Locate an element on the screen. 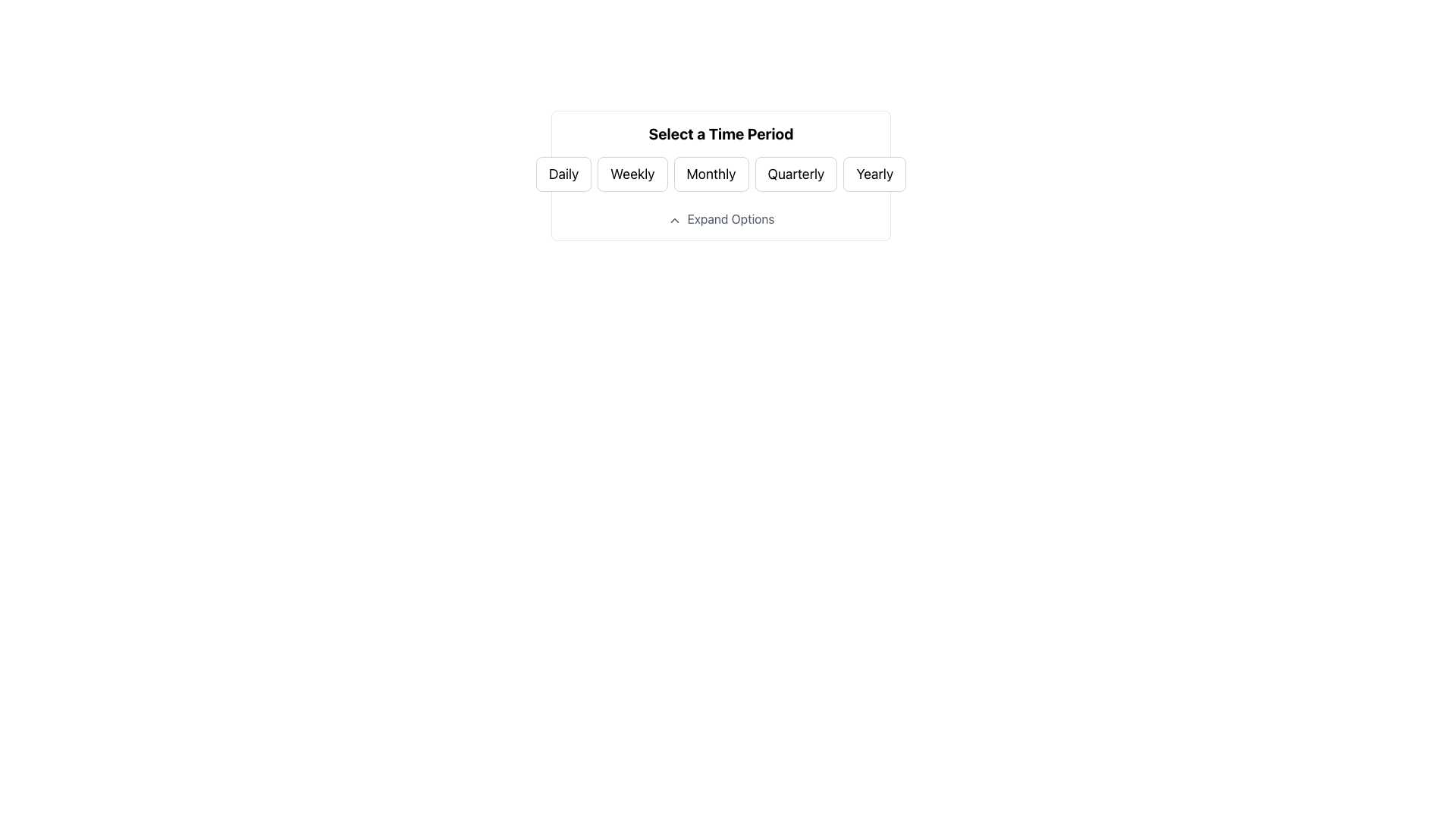 The height and width of the screenshot is (819, 1456). the 'Quarterly' button, which is a rectangular button with rounded corners, labeled 'Quarterly' in black text on a white background, located under the 'Select a Time Period' heading is located at coordinates (795, 174).